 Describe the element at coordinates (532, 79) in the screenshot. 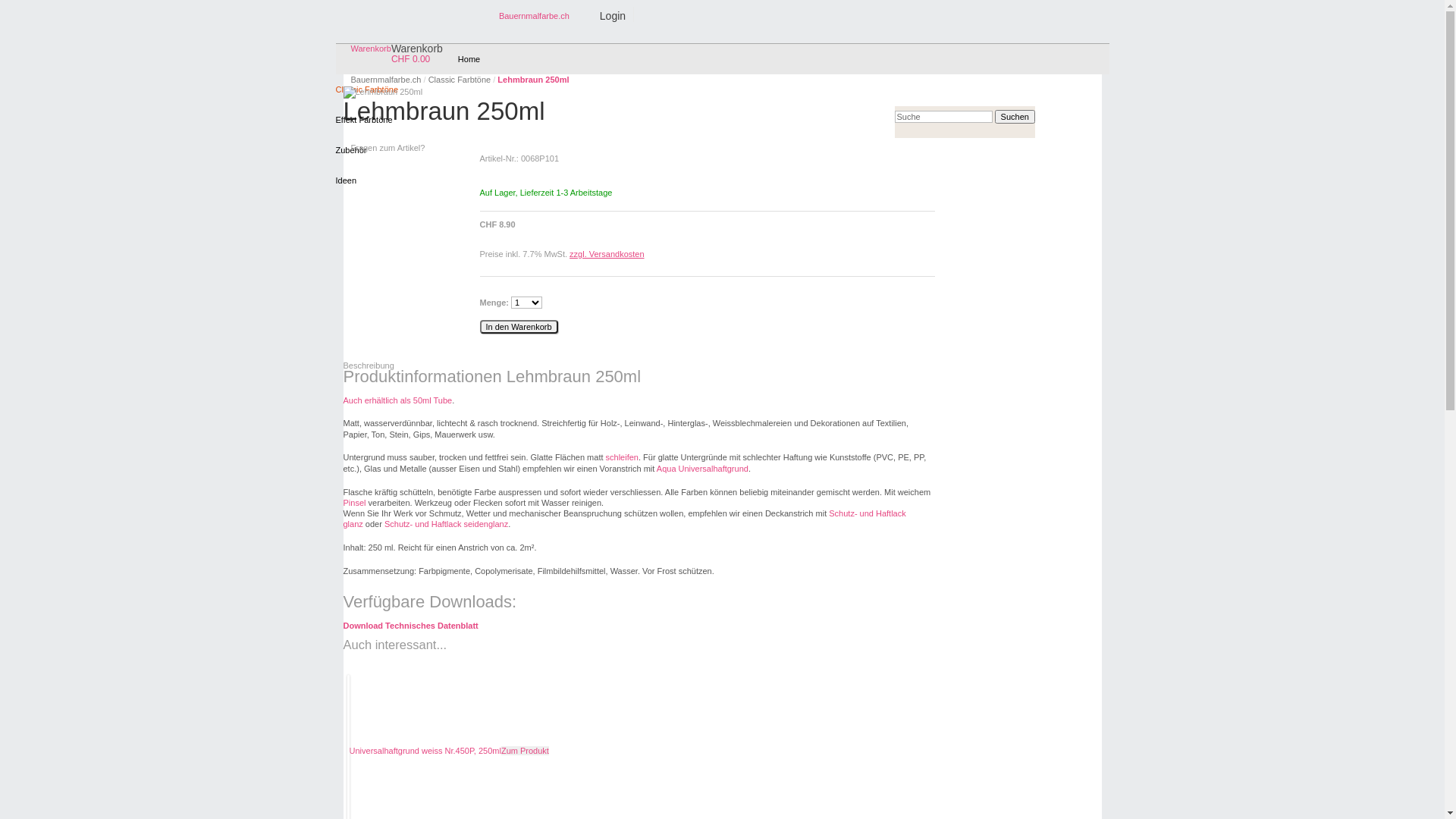

I see `'Lehmbraun 250ml'` at that location.